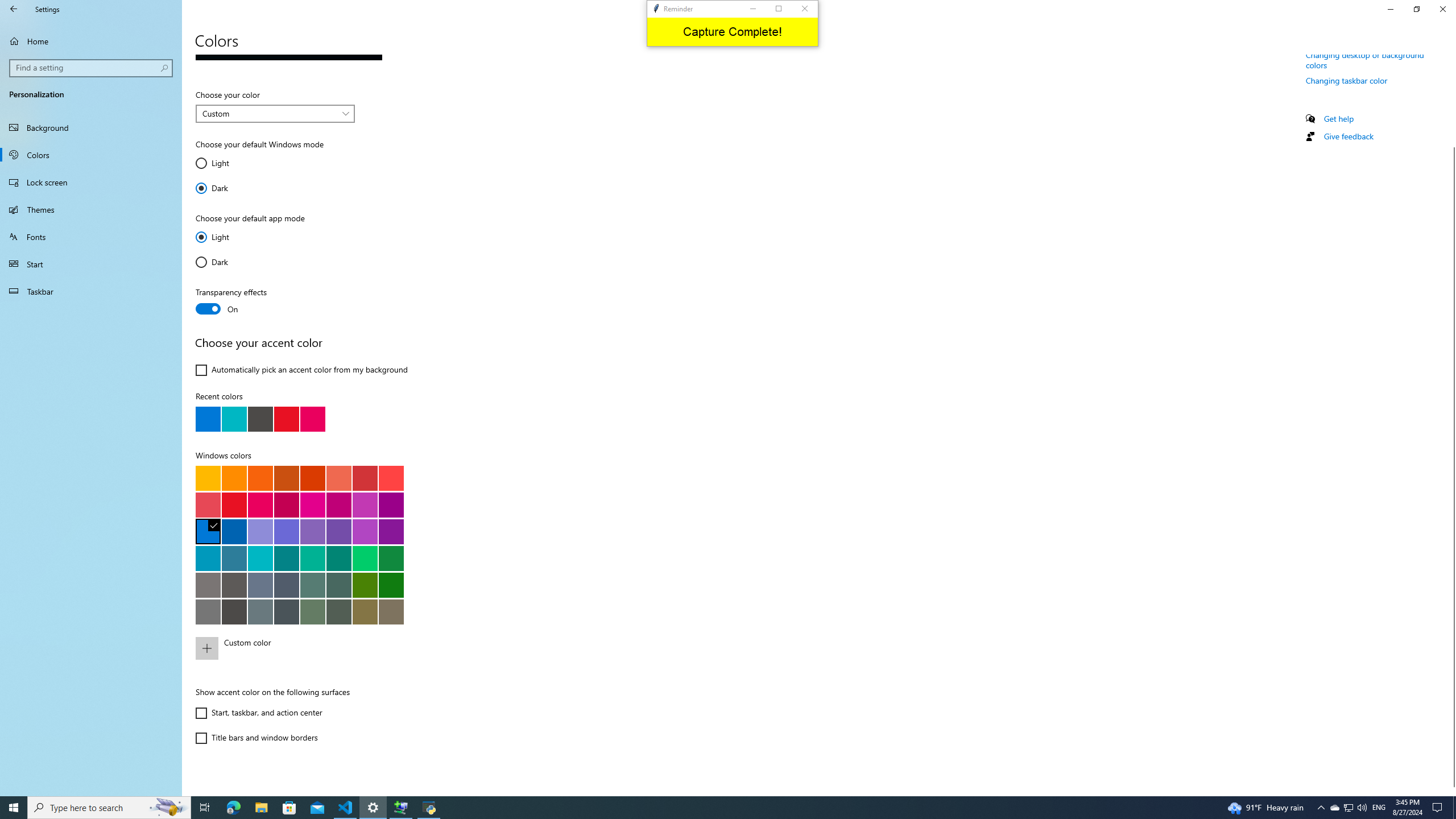 The width and height of the screenshot is (1456, 819). Describe the element at coordinates (286, 557) in the screenshot. I see `'Seafoam teal'` at that location.